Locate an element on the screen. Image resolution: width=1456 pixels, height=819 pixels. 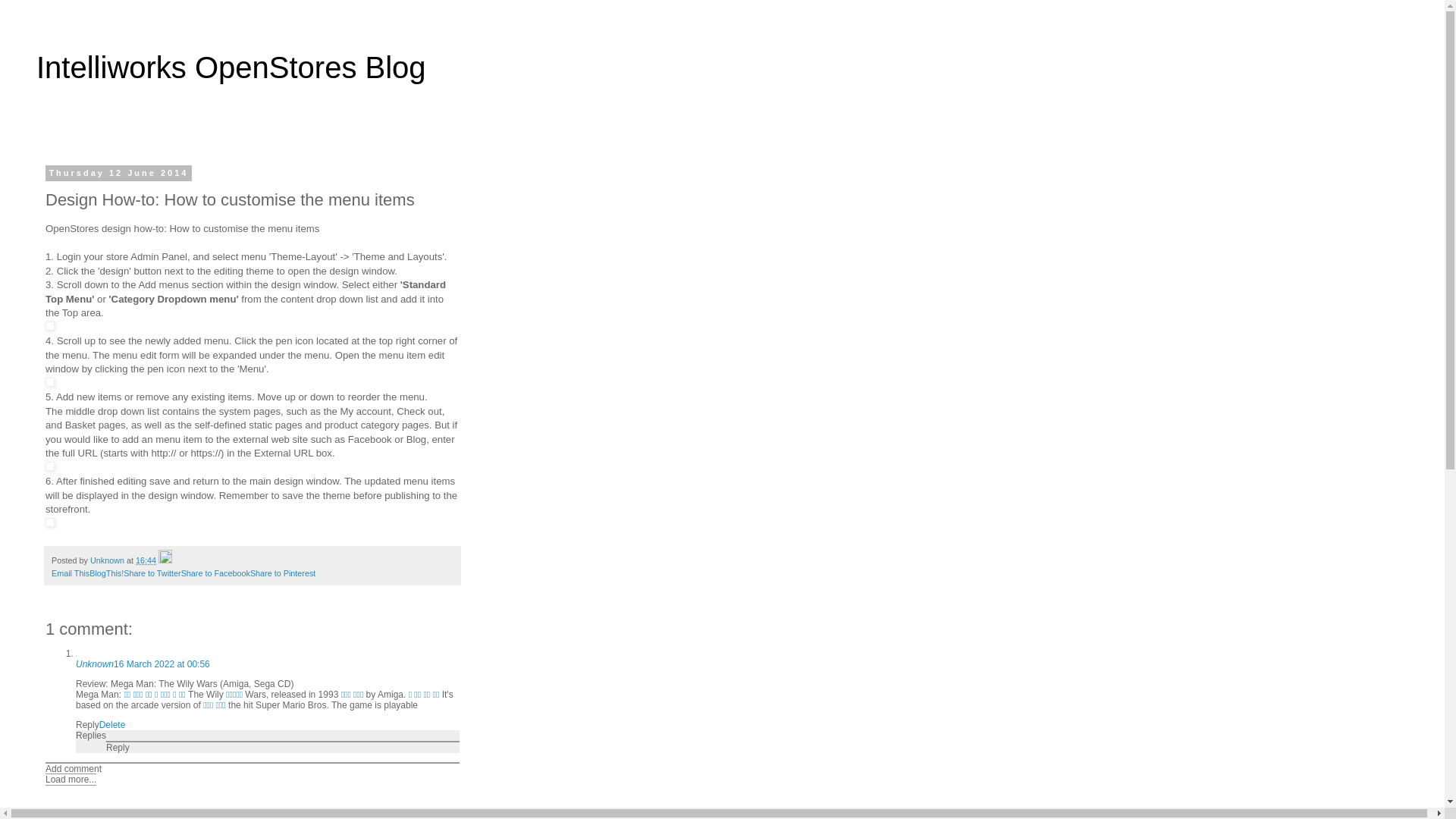
'Intelliworks OpenStores Blog' is located at coordinates (231, 66).